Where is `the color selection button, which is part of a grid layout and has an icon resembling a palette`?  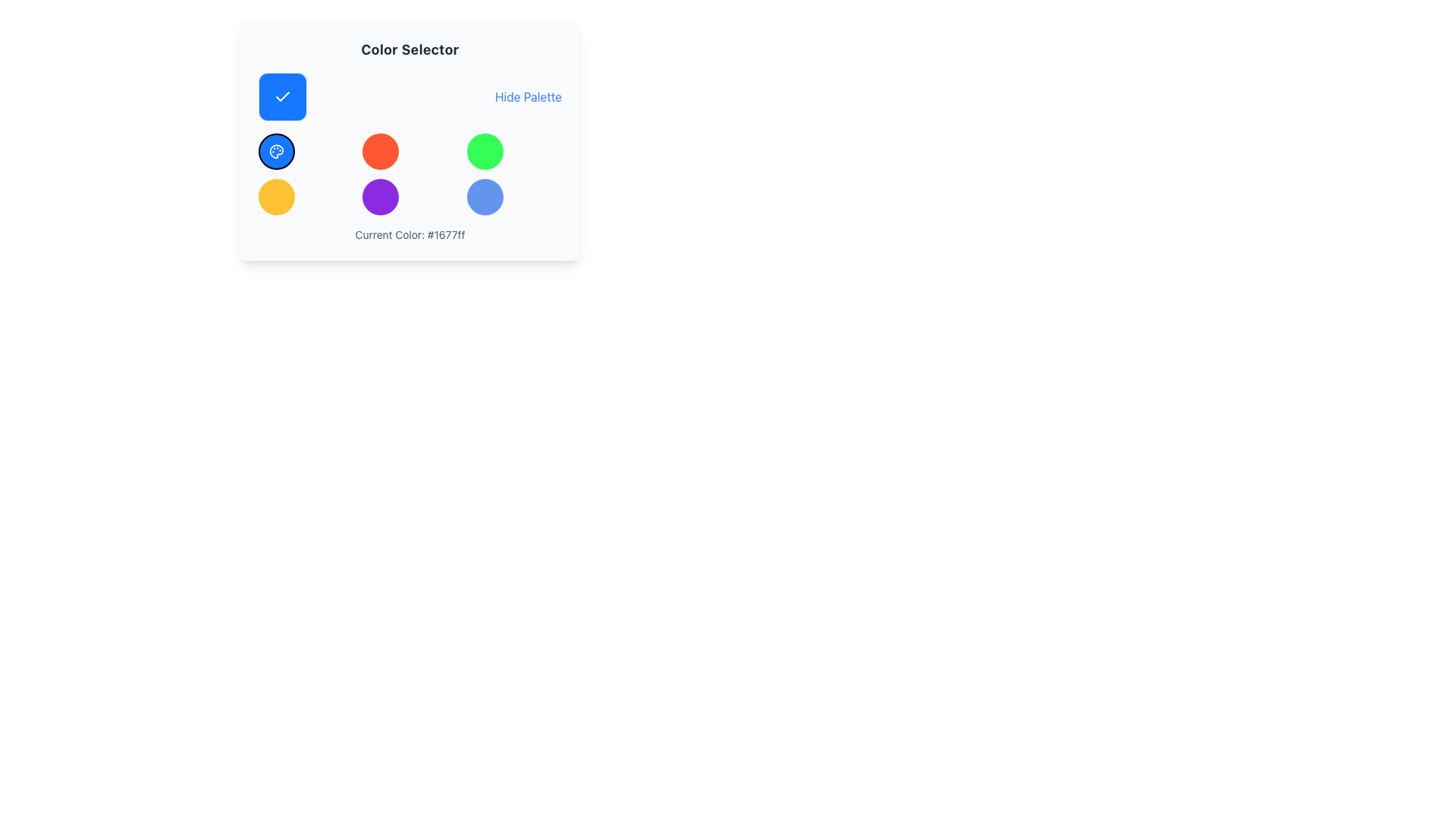
the color selection button, which is part of a grid layout and has an icon resembling a palette is located at coordinates (276, 152).